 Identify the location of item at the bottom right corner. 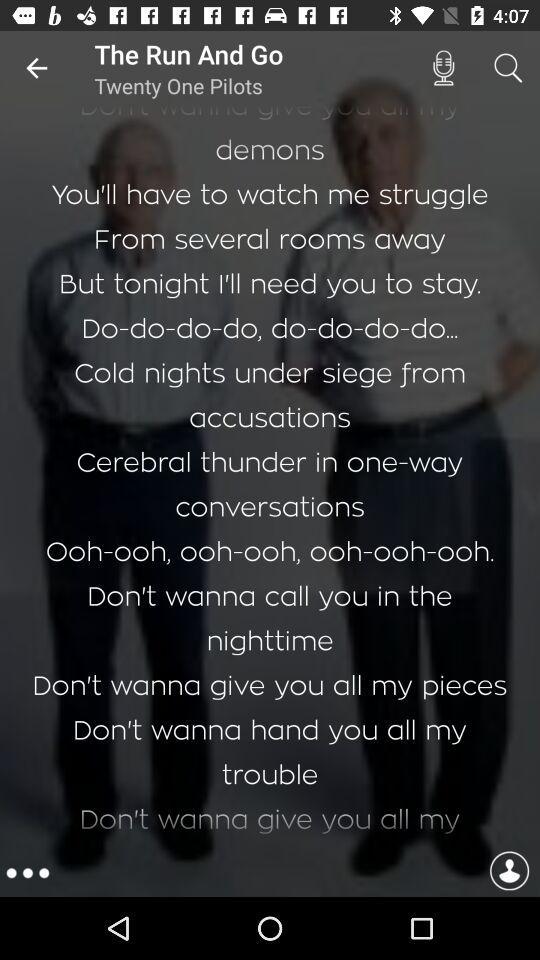
(509, 872).